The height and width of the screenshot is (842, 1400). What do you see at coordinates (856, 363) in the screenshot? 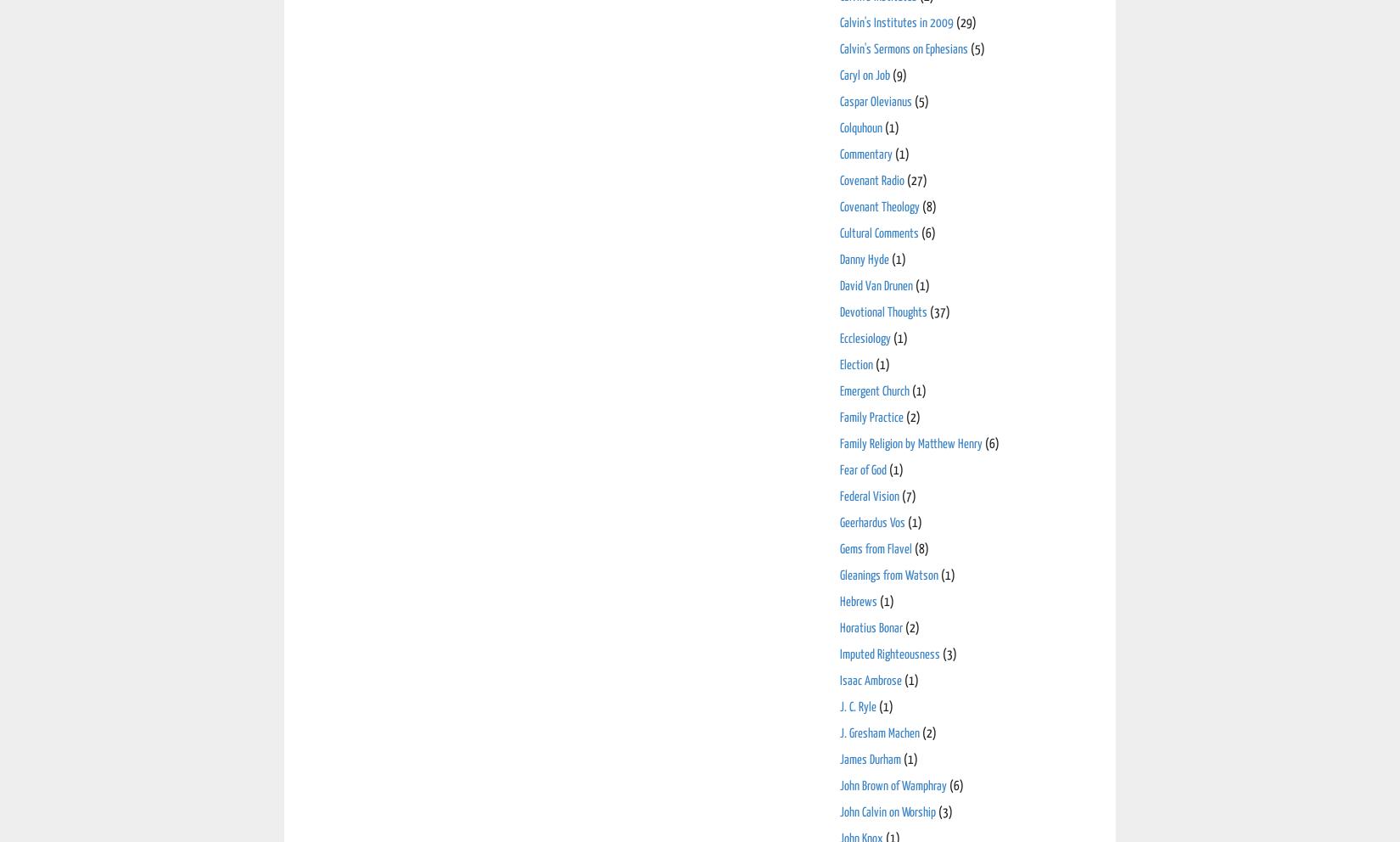
I see `'Election'` at bounding box center [856, 363].